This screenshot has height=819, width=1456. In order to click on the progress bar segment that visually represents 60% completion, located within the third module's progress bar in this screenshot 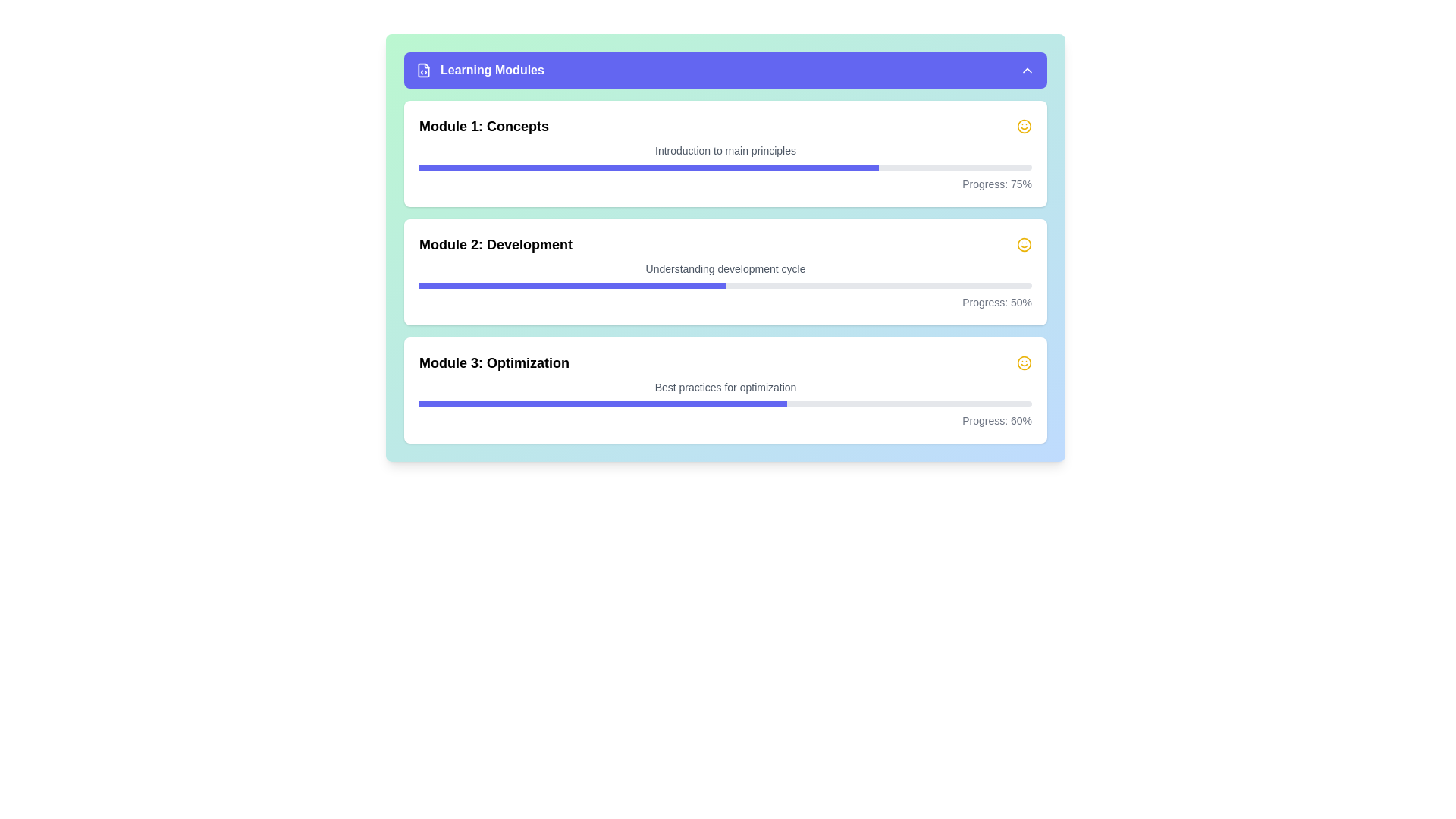, I will do `click(602, 403)`.